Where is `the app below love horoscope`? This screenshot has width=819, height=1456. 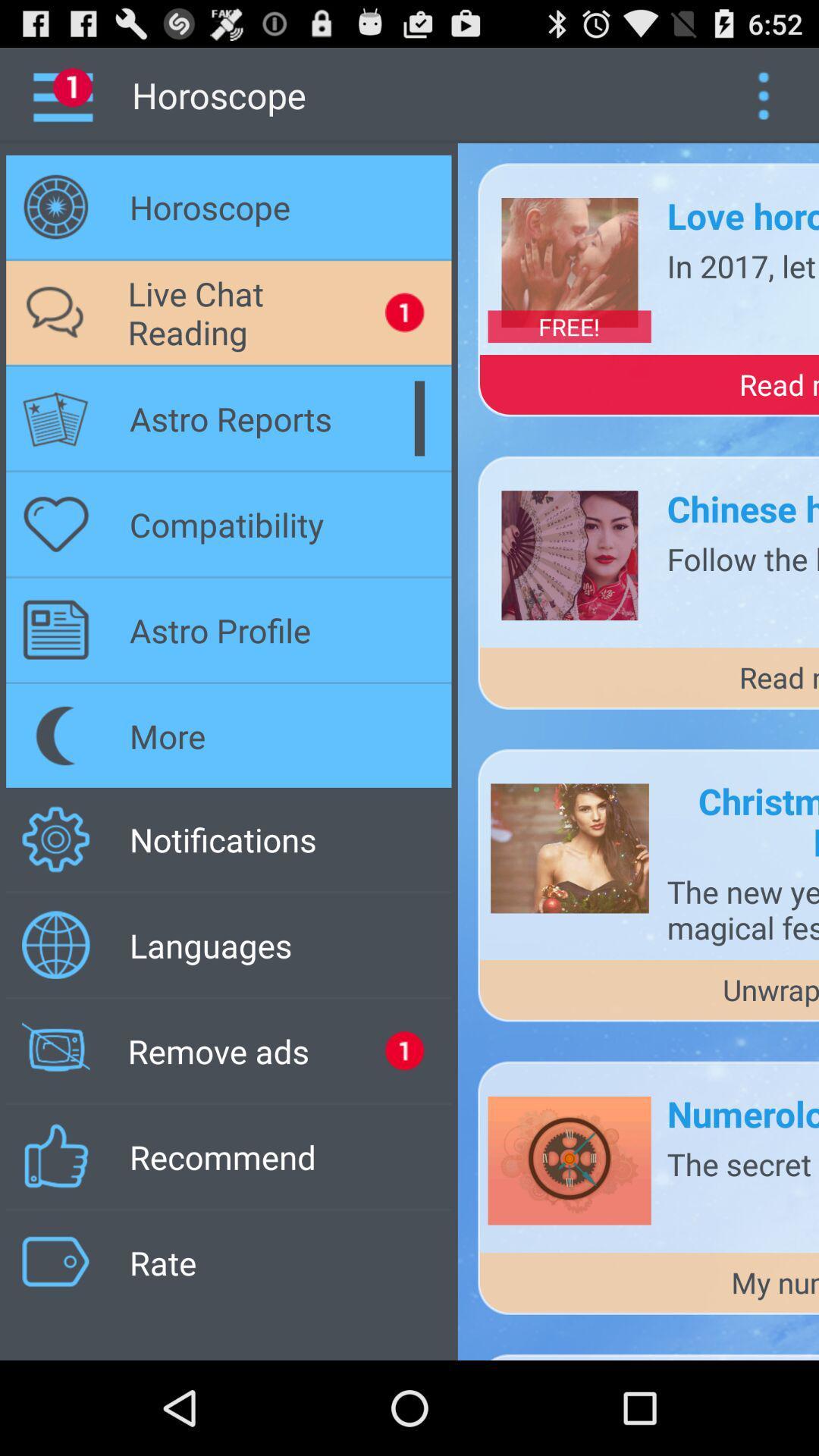 the app below love horoscope is located at coordinates (742, 265).